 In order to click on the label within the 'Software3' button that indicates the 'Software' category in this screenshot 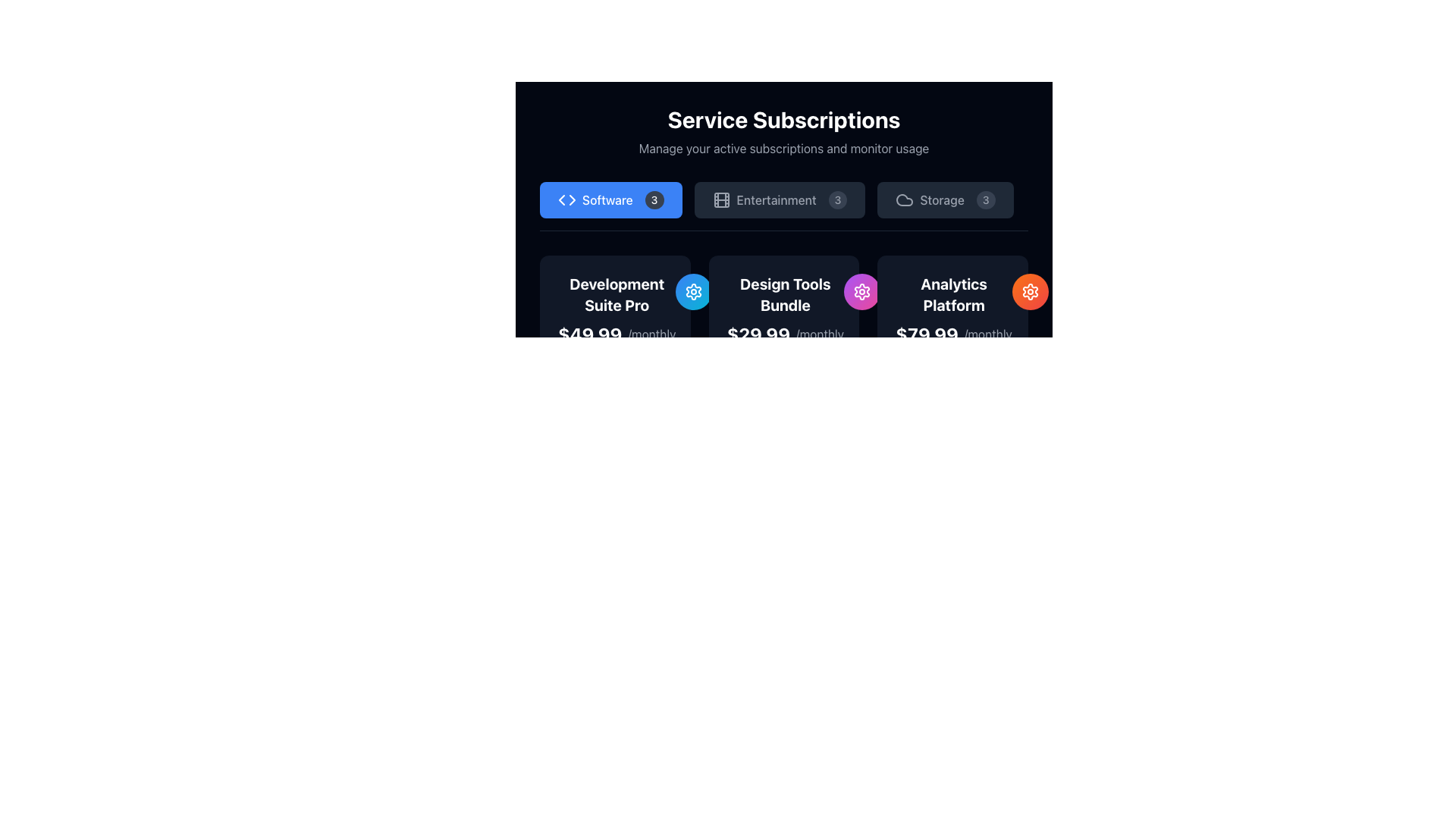, I will do `click(607, 199)`.